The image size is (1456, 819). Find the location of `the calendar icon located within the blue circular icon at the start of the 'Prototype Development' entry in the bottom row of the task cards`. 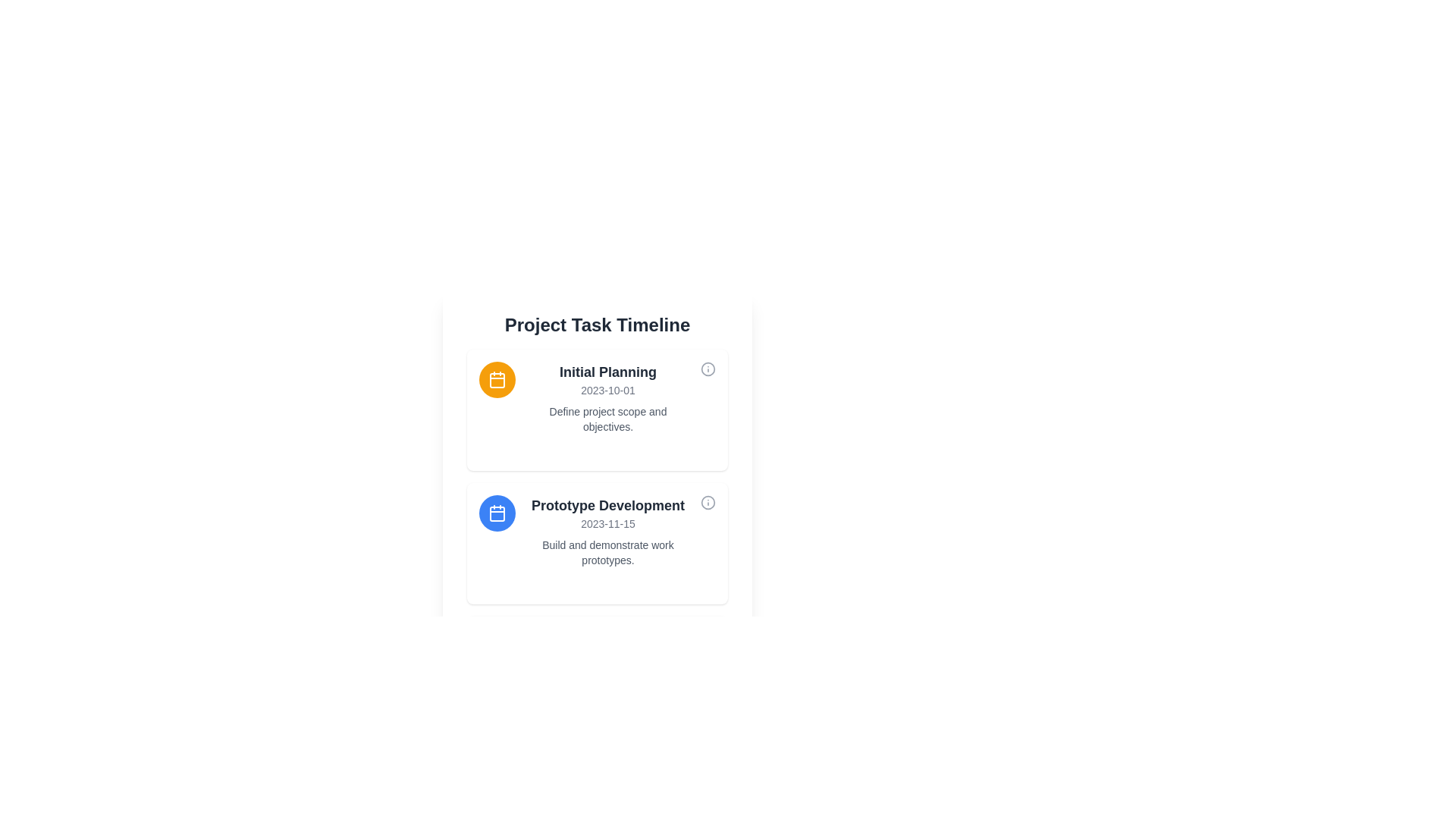

the calendar icon located within the blue circular icon at the start of the 'Prototype Development' entry in the bottom row of the task cards is located at coordinates (497, 513).